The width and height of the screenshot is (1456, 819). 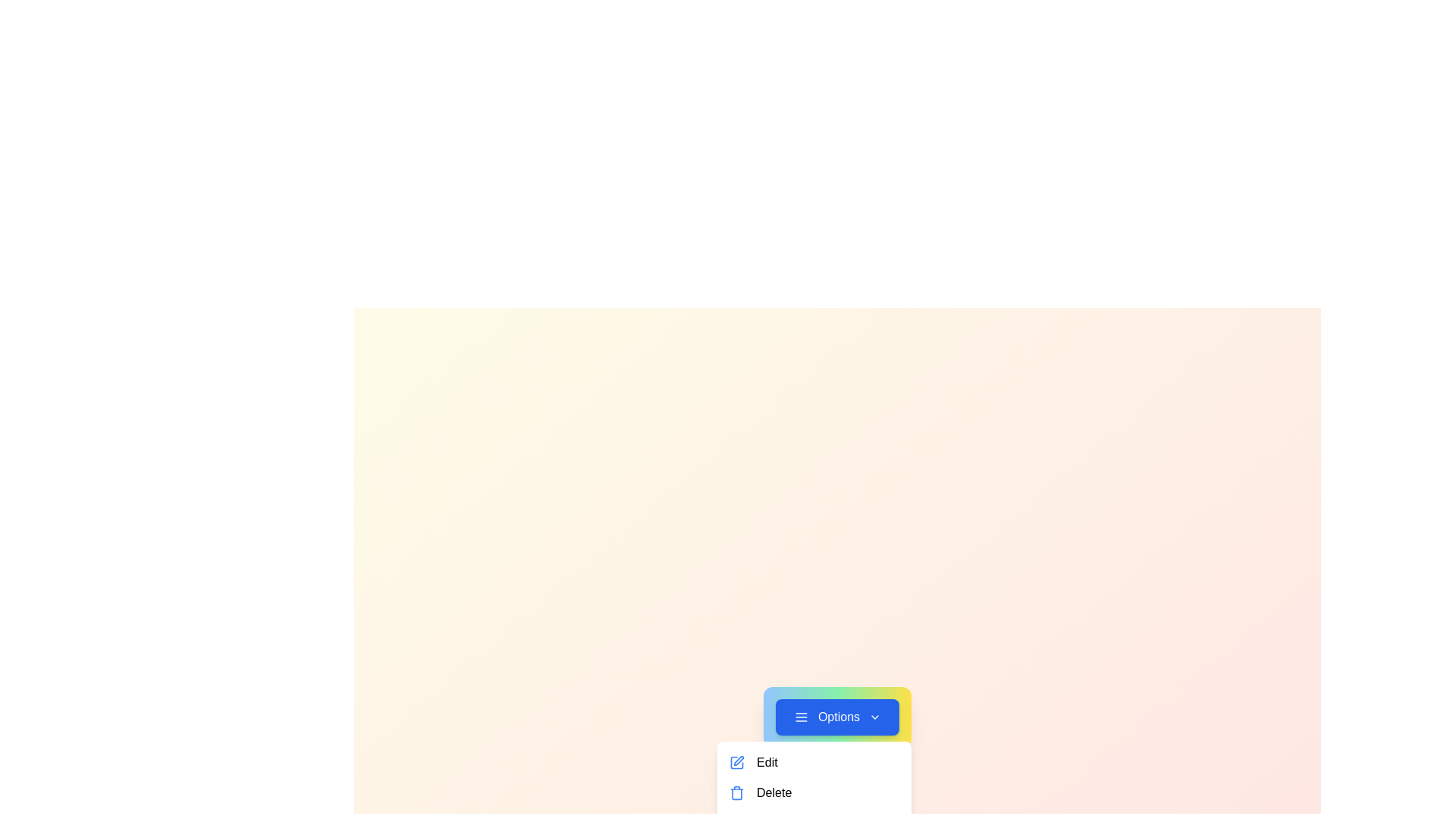 What do you see at coordinates (836, 717) in the screenshot?
I see `the 'Options' button to toggle the menu visibility` at bounding box center [836, 717].